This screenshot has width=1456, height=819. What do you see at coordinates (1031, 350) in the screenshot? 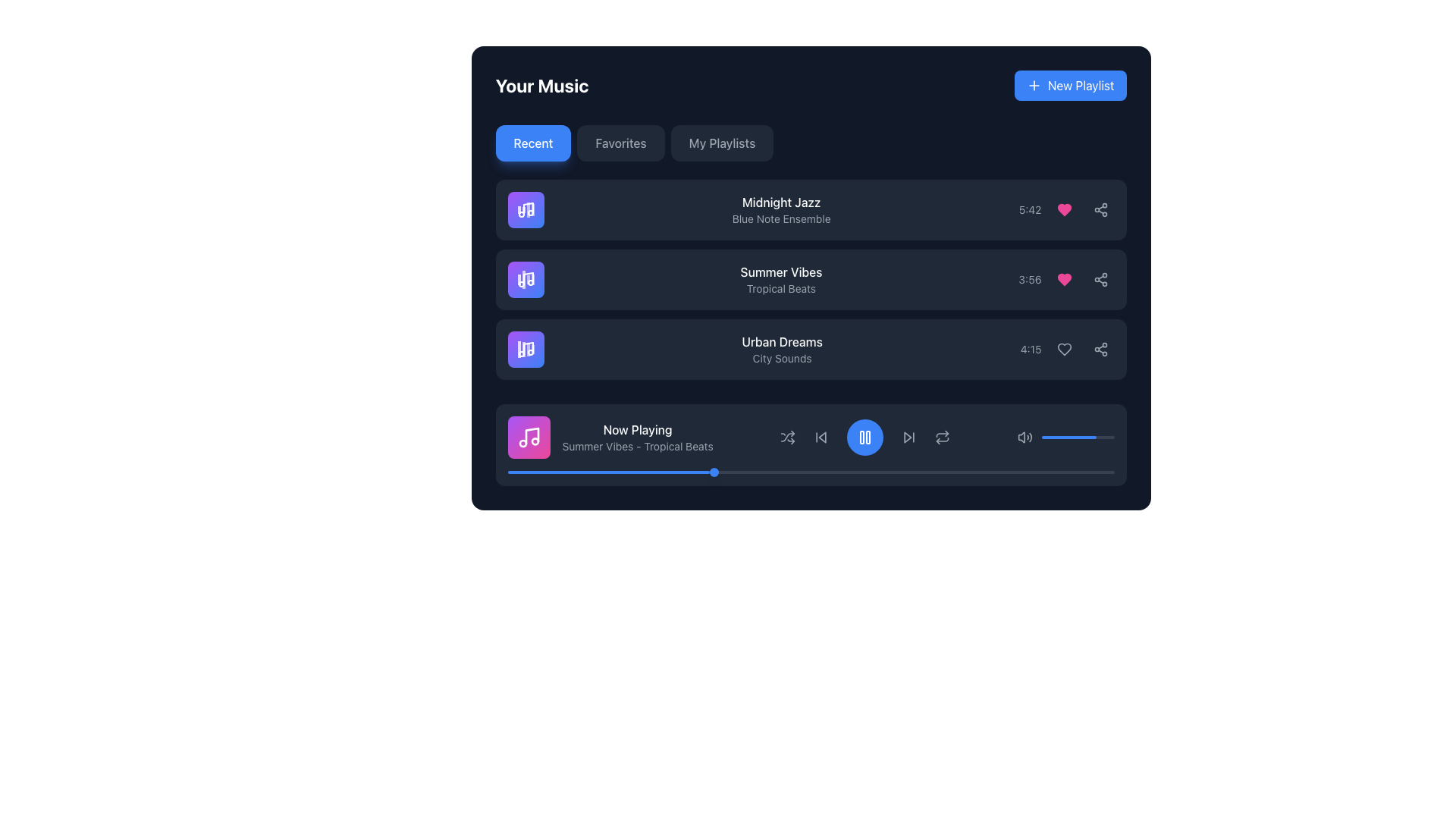
I see `the Text label indicating the duration of the song 'Urban Dreams' located in the third panel of the vertical list, adjacent to the right of the panel contents` at bounding box center [1031, 350].